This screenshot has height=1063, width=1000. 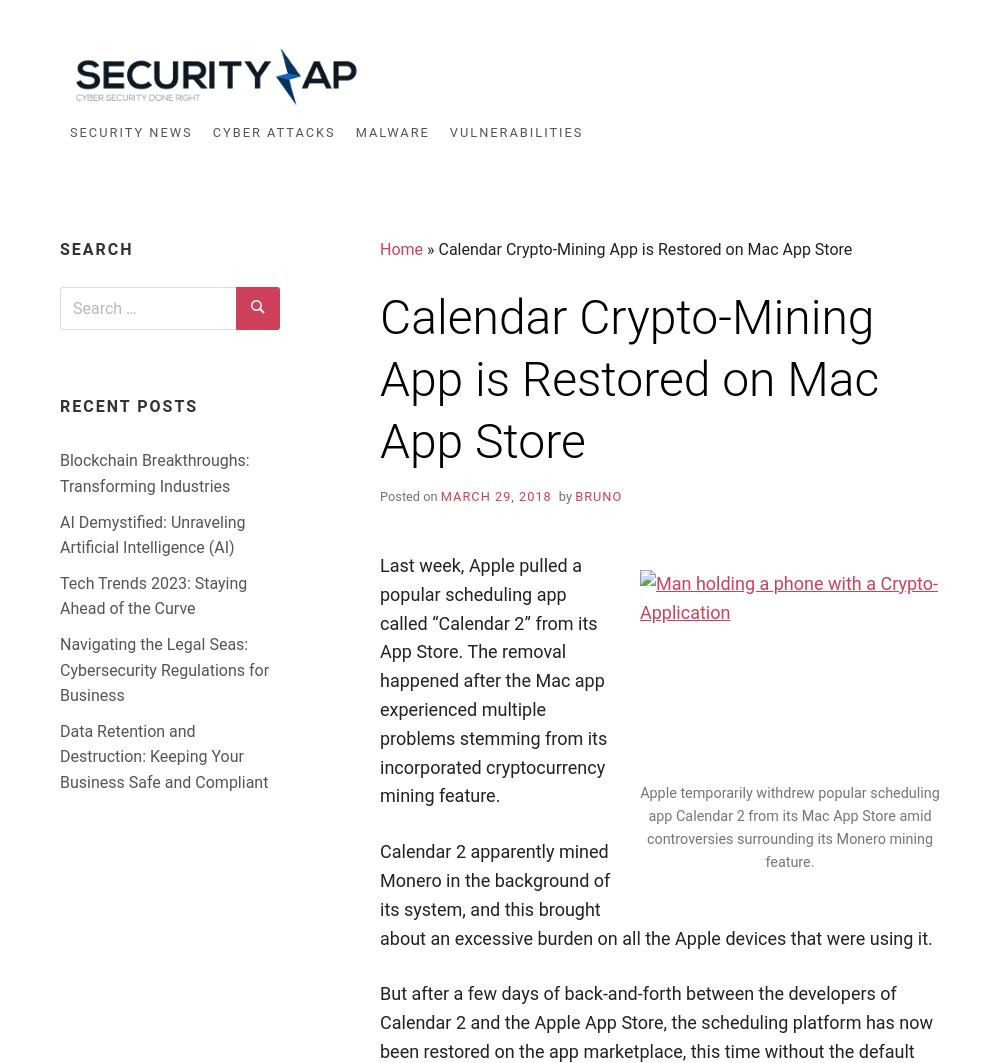 I want to click on 'Apple temporarily withdrew popular scheduling app Calendar 2 from its Mac App Store amid controversies surrounding its Monero mining feature.', so click(x=789, y=826).